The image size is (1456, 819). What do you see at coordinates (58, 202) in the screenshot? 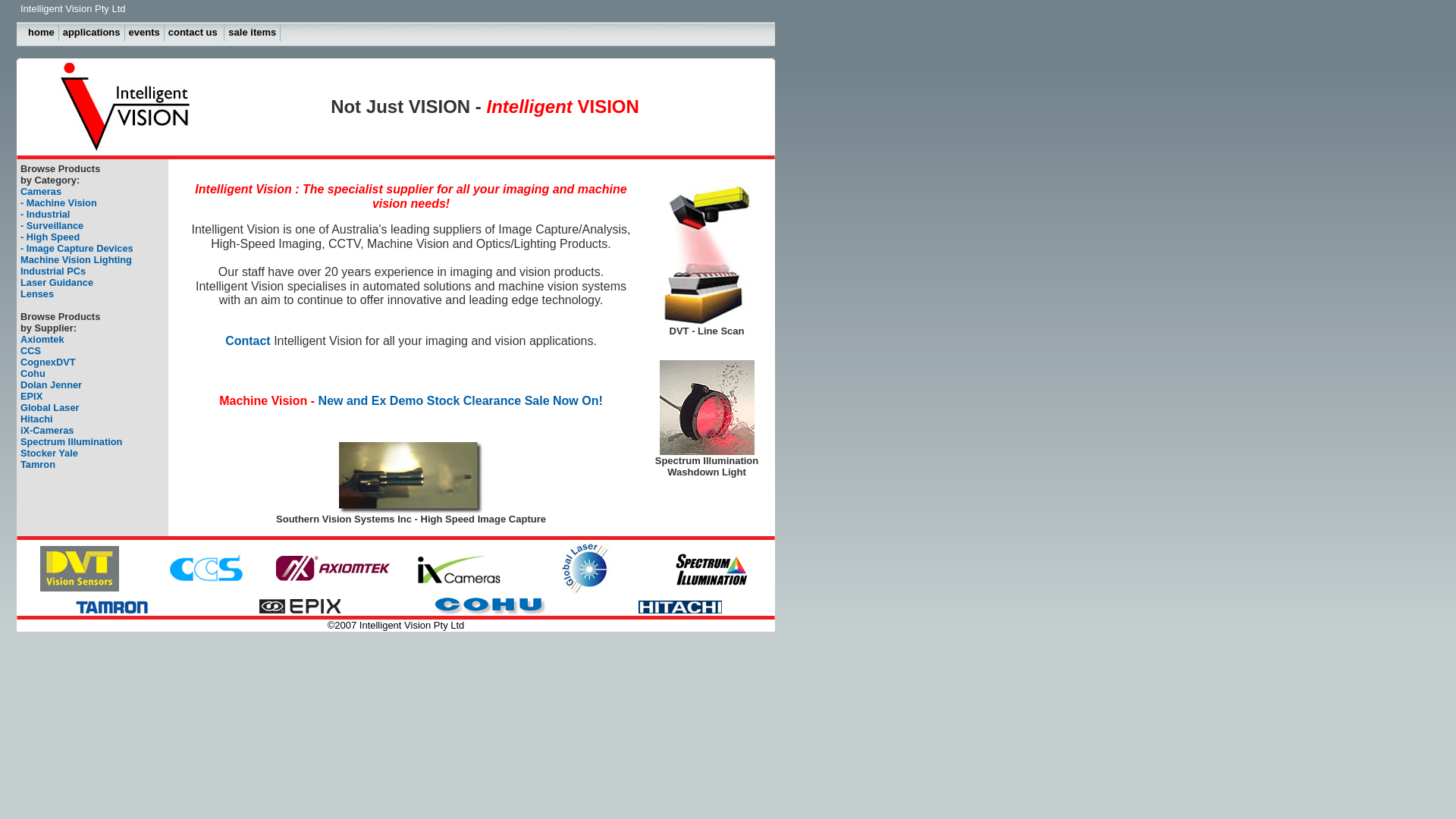
I see `'- Machine Vision'` at bounding box center [58, 202].